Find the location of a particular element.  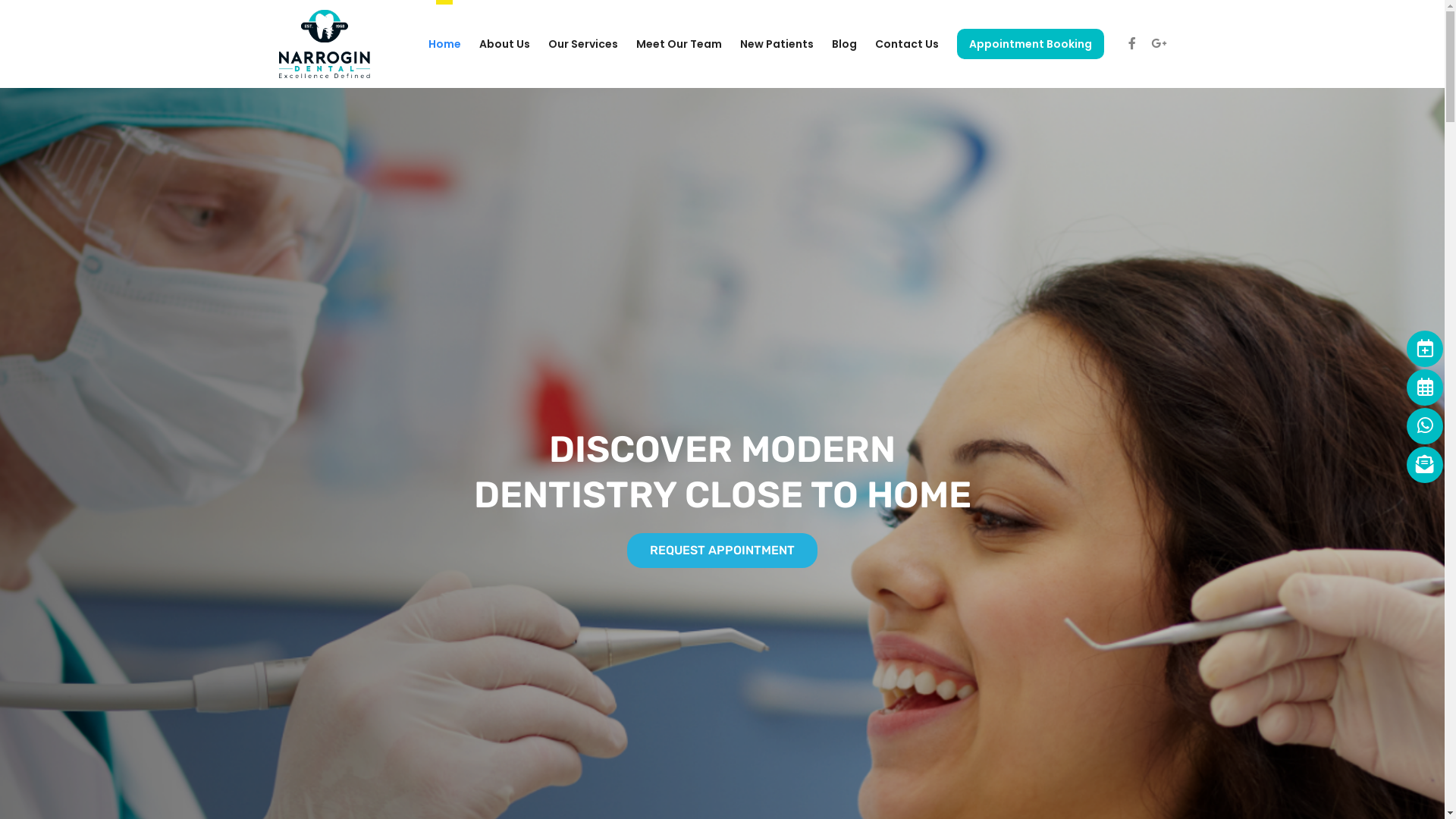

'New Patients' is located at coordinates (739, 42).